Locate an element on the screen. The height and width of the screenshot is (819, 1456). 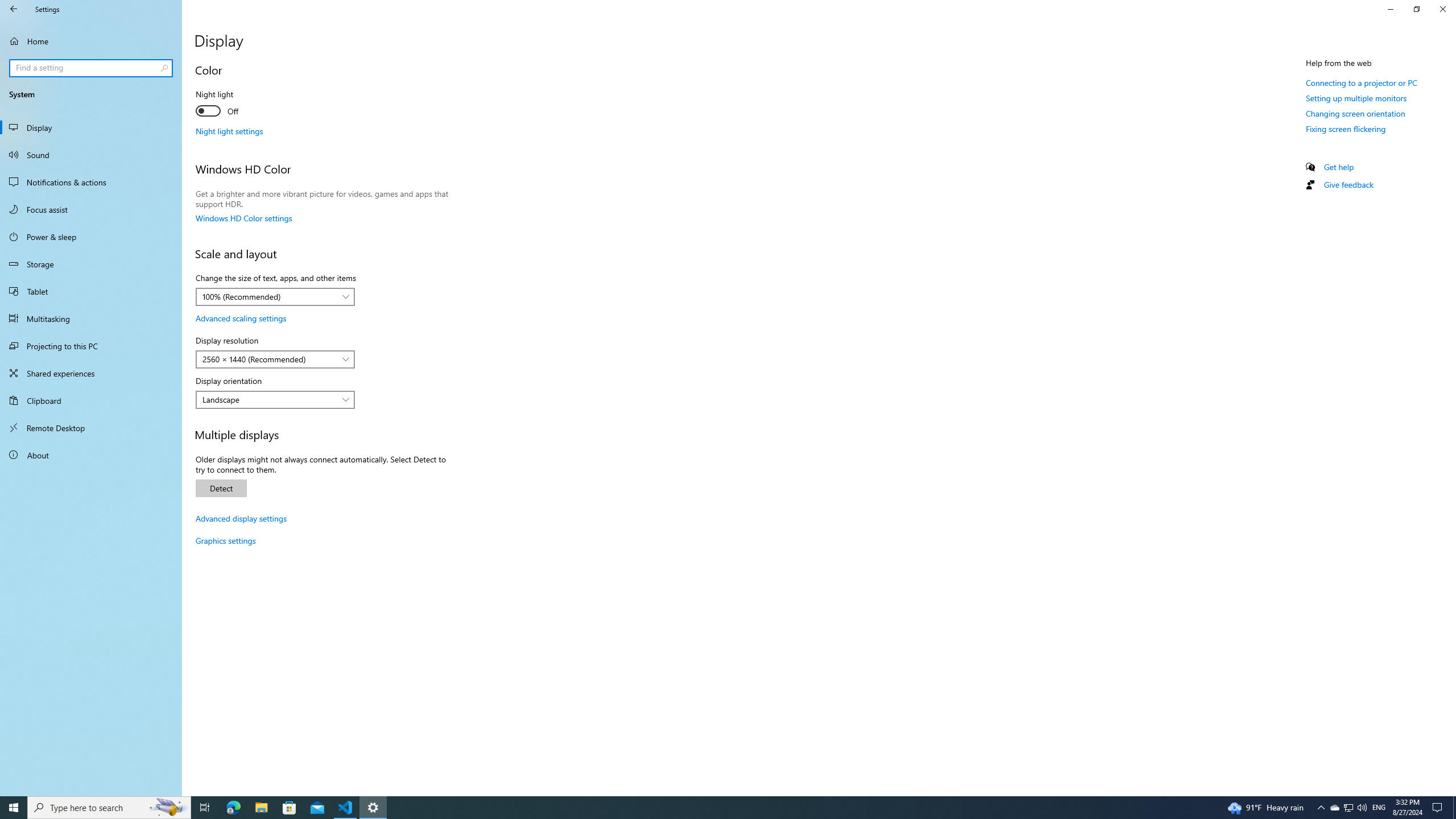
'Power & sleep' is located at coordinates (90, 236).